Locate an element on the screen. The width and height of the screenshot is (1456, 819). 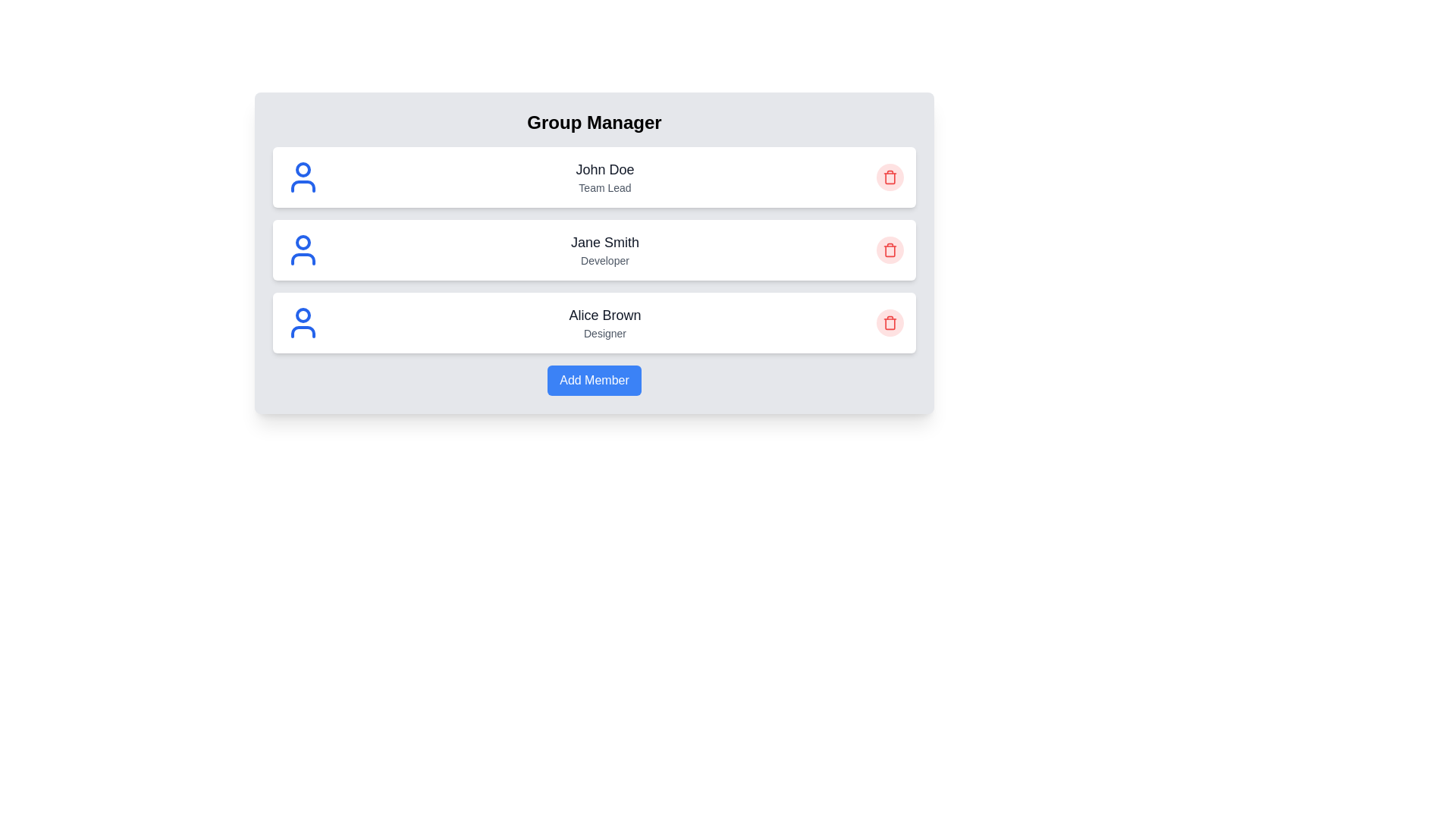
the text display that shows the name and role of a user in the first card of the group members list is located at coordinates (604, 177).